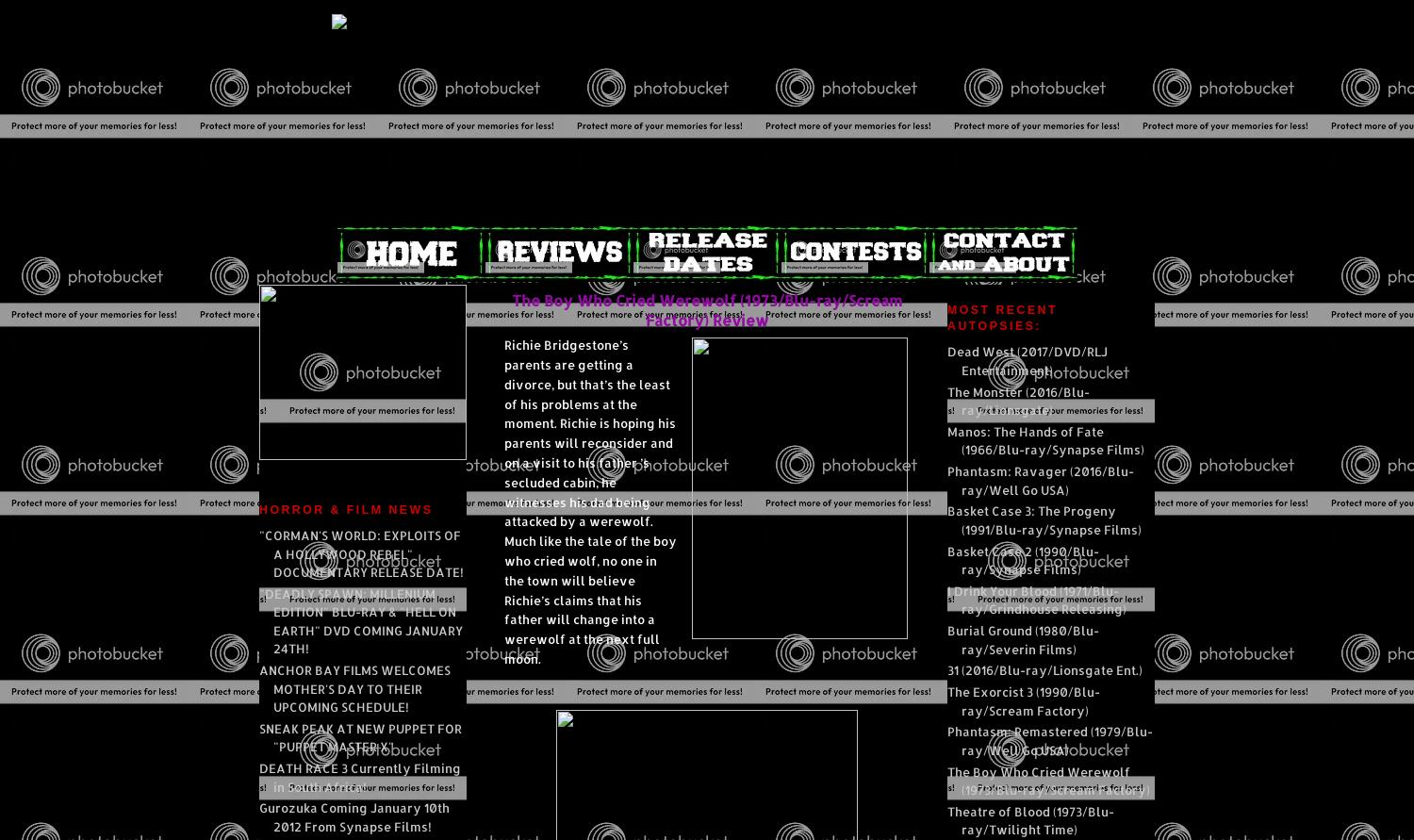 The height and width of the screenshot is (840, 1414). What do you see at coordinates (361, 553) in the screenshot?
I see `'"CORMAN'S WORLD: EXPLOITS OF A HOLLYWOOD REBEL" DOCUMENTARY RELEASE DATE!'` at bounding box center [361, 553].